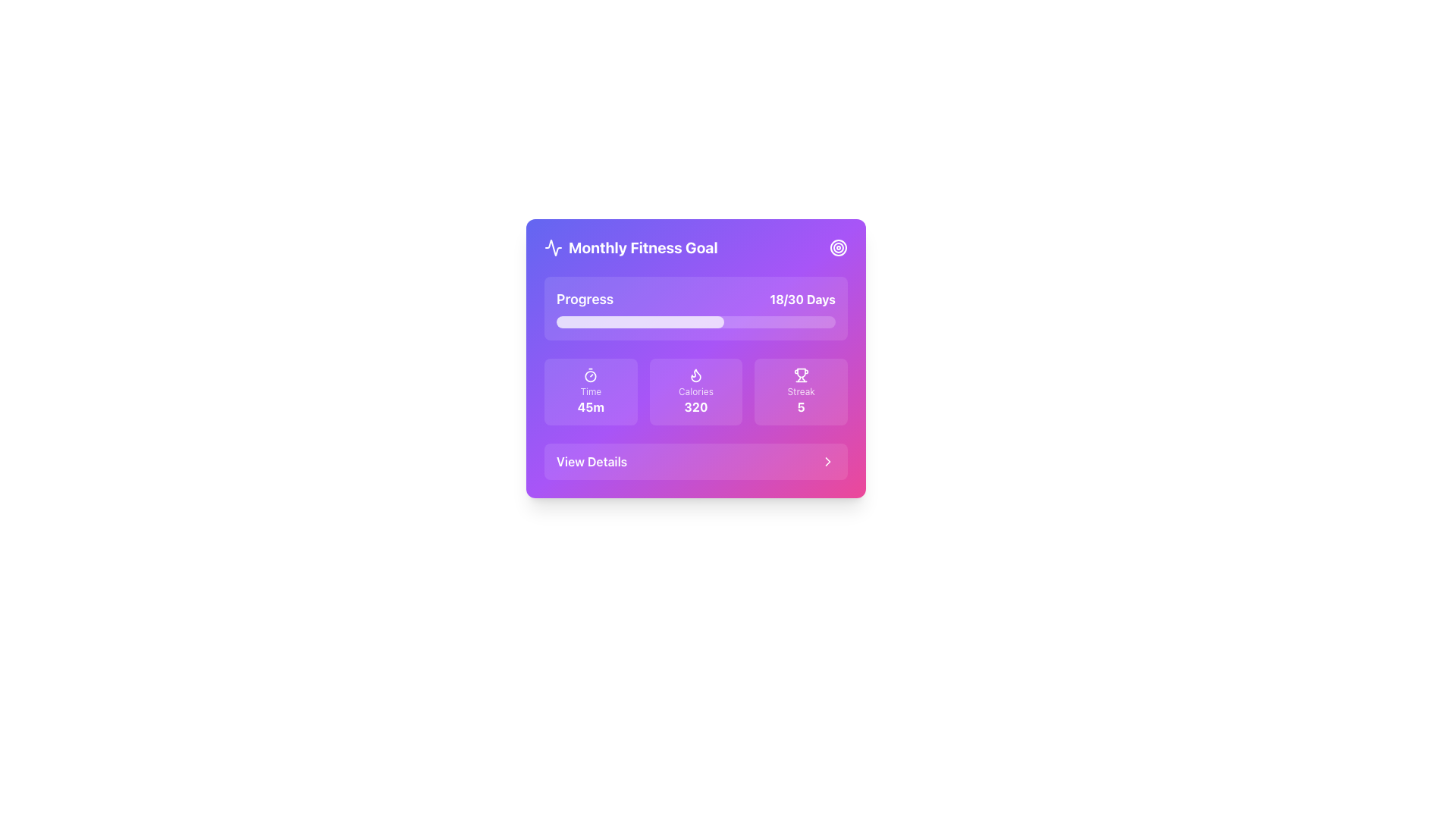 Image resolution: width=1456 pixels, height=819 pixels. I want to click on the Informational card displaying '45 minutes' duration, which is located in the first column of the grid layout for 'Monthly Fitness Goal', so click(590, 391).